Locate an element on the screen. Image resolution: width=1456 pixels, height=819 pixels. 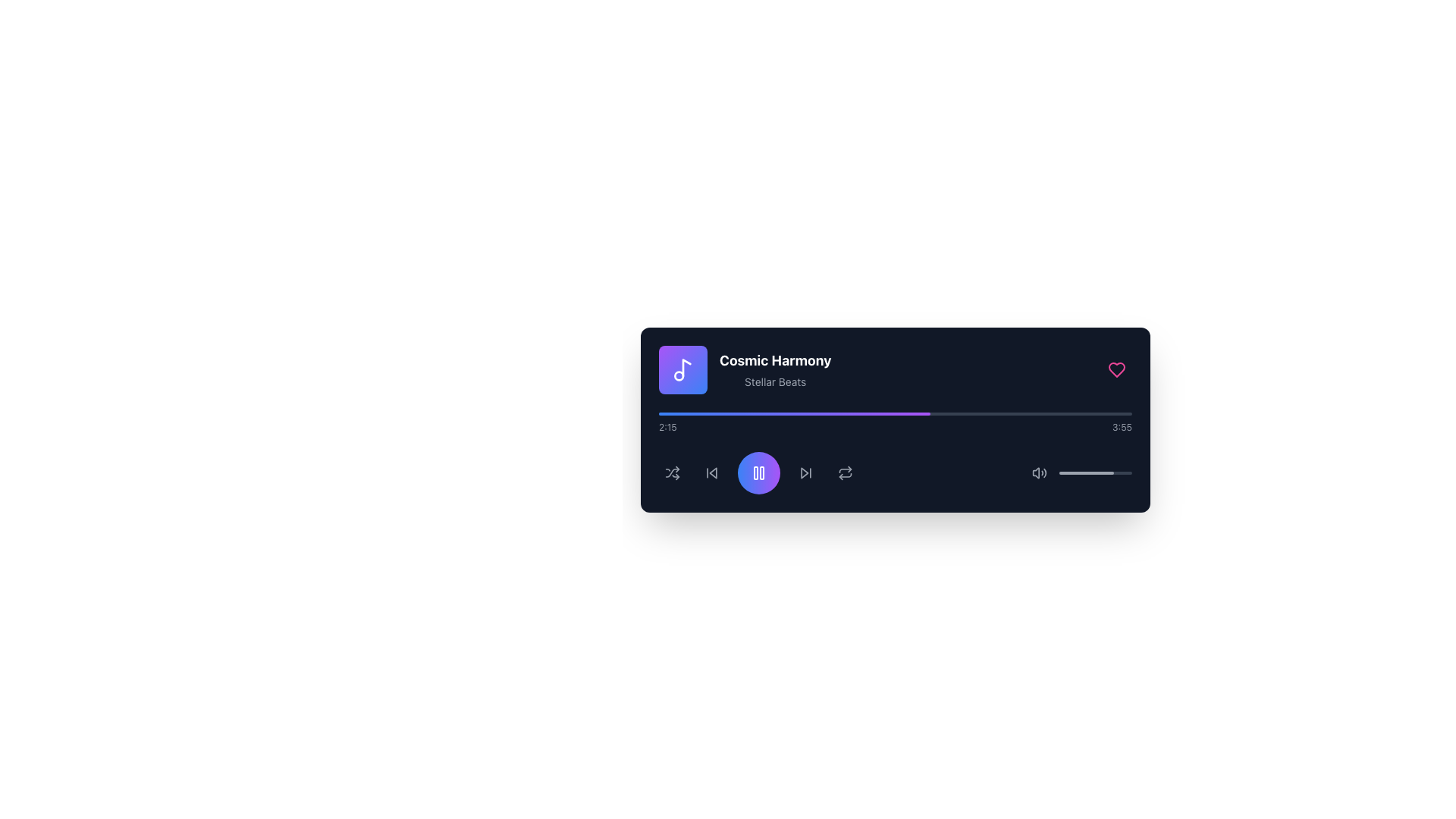
the current playback position is located at coordinates (735, 414).